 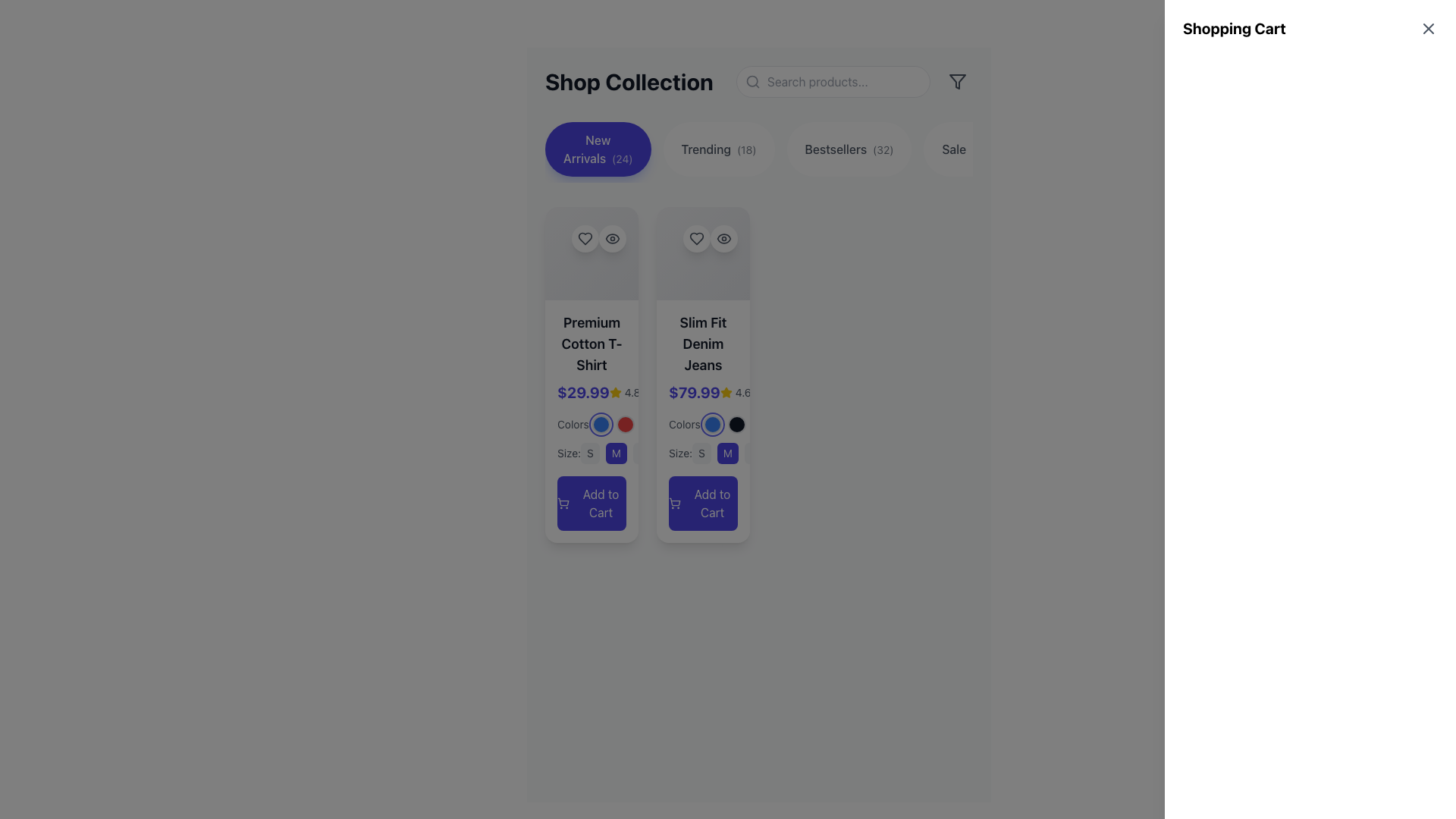 What do you see at coordinates (616, 452) in the screenshot?
I see `the second button labeled 'M' in the size selector section` at bounding box center [616, 452].